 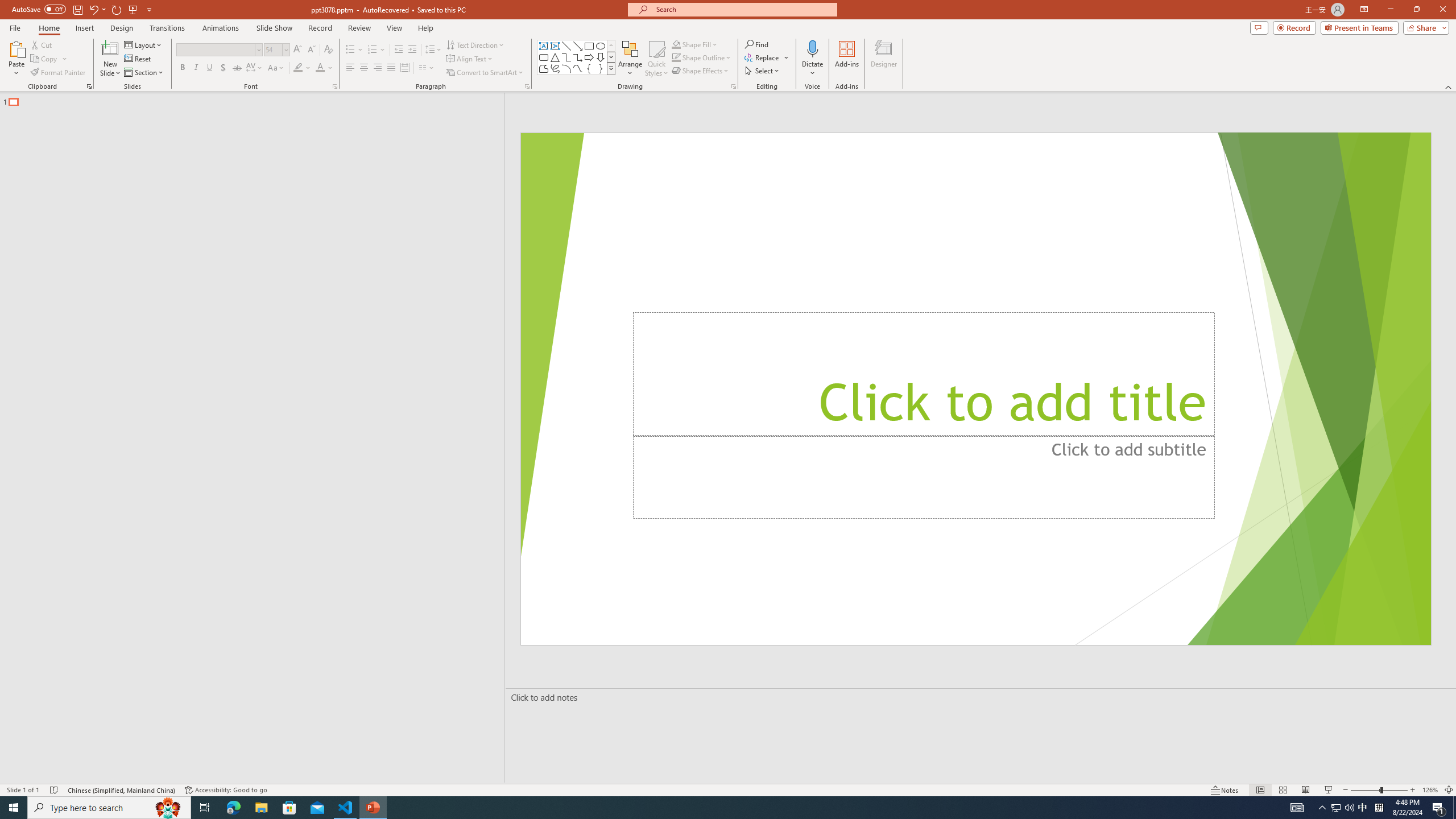 I want to click on 'Zoom 126%', so click(x=1430, y=790).